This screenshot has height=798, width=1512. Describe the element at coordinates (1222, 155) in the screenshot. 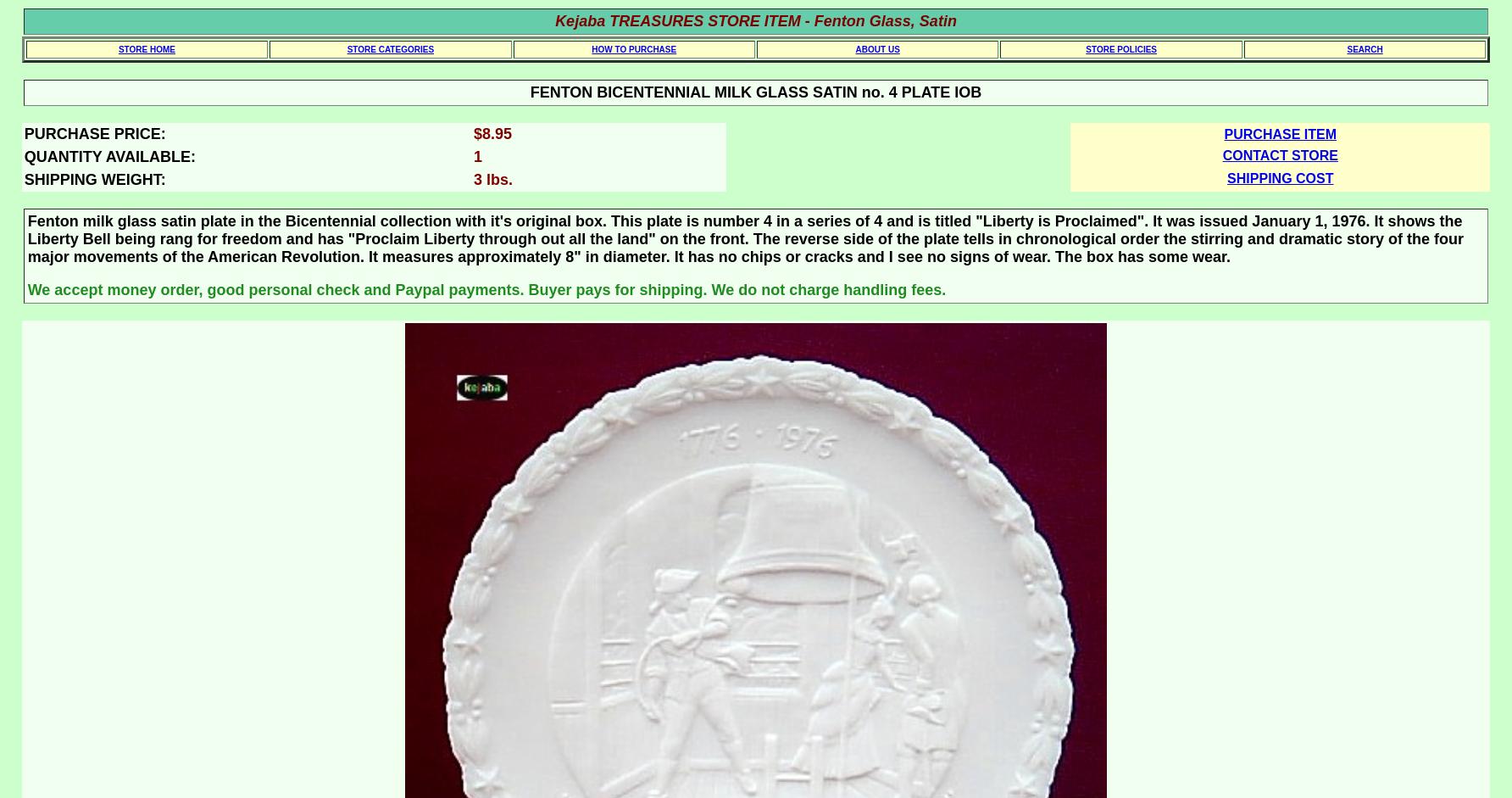

I see `'CONTACT STORE'` at that location.